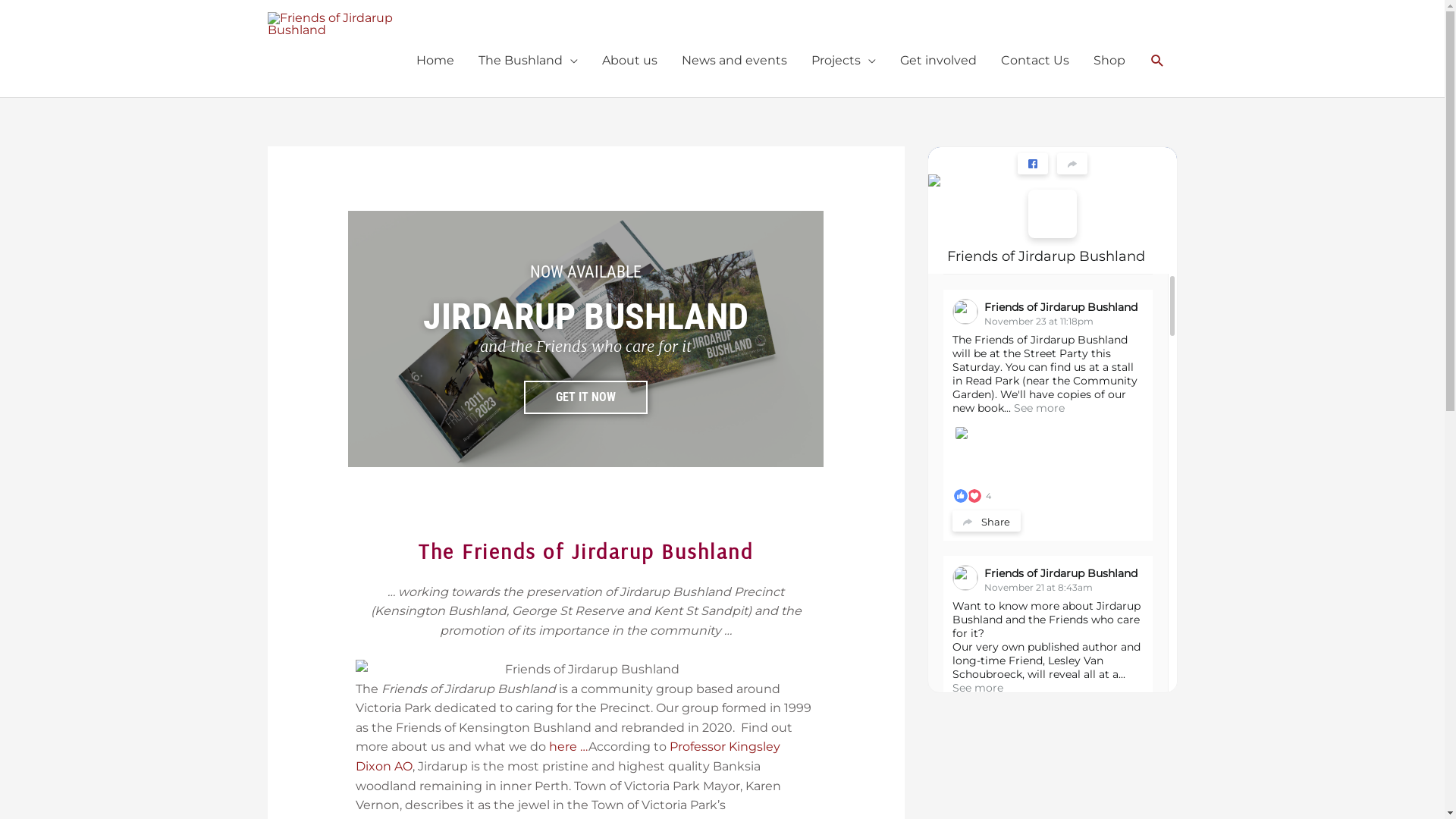  What do you see at coordinates (588, 60) in the screenshot?
I see `'About us'` at bounding box center [588, 60].